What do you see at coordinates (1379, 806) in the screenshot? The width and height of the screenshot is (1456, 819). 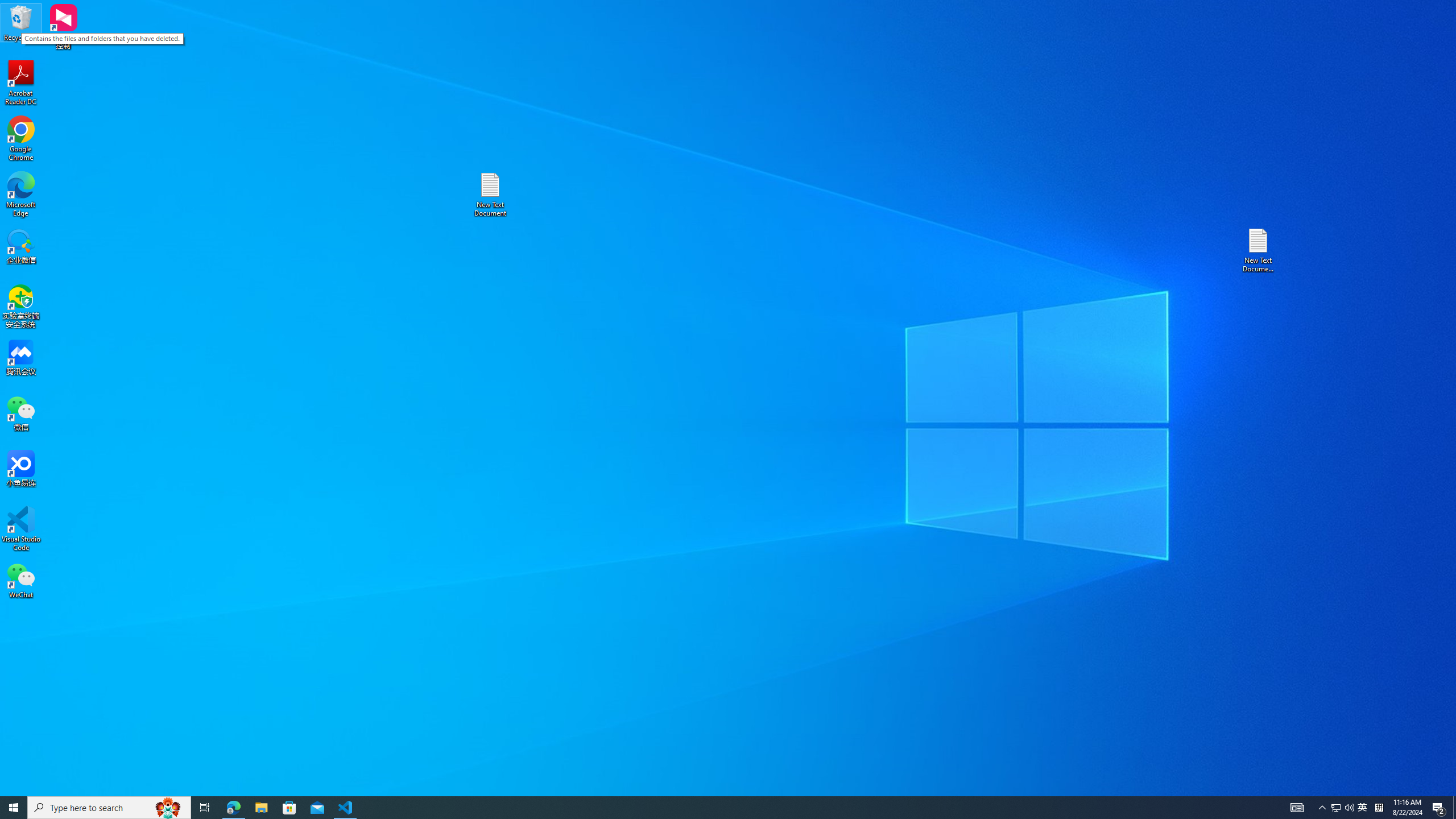 I see `'Tray Input Indicator - Chinese (Simplified, China)'` at bounding box center [1379, 806].